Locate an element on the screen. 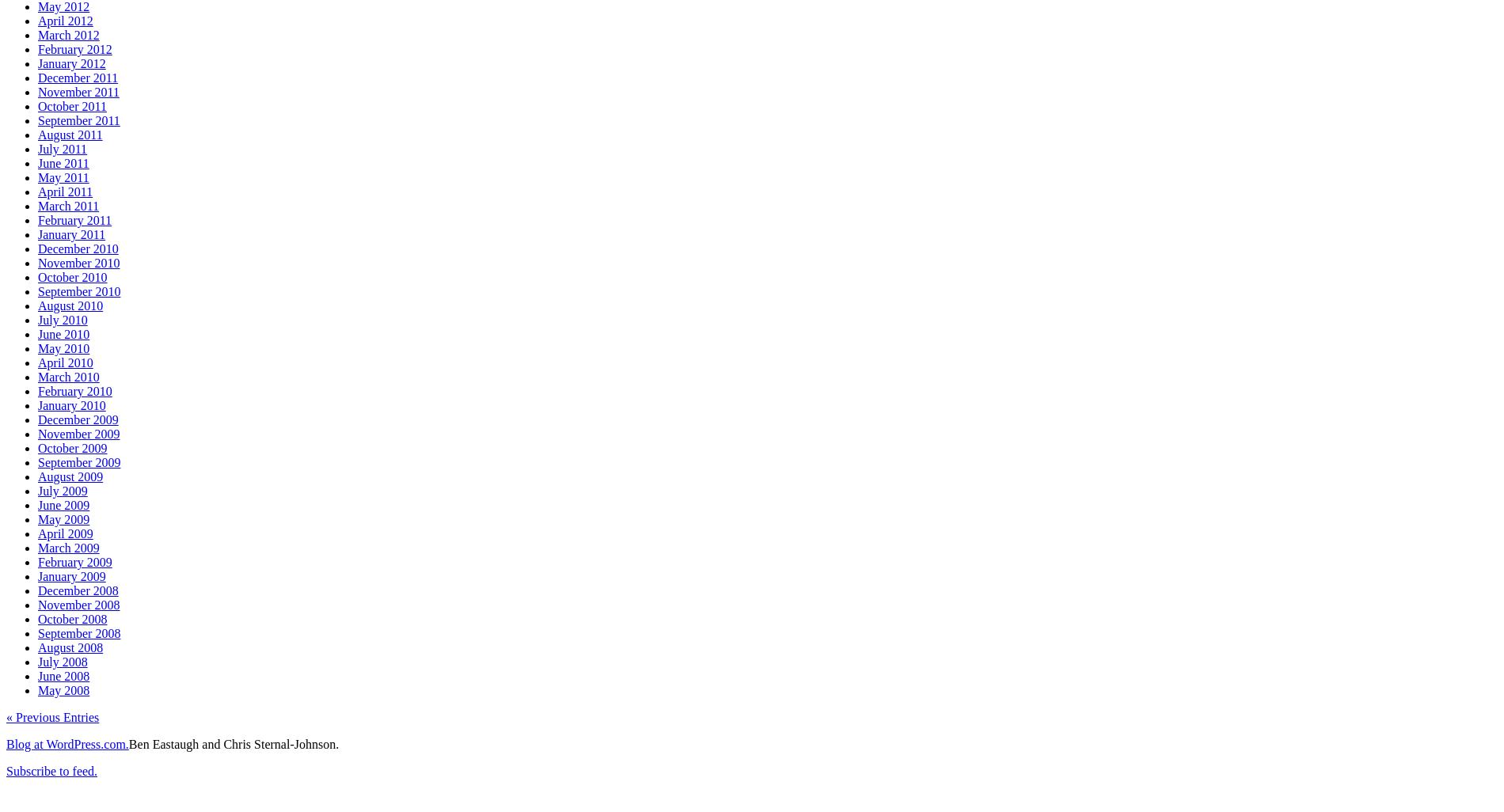 The height and width of the screenshot is (812, 1504). 'March 2011' is located at coordinates (38, 204).